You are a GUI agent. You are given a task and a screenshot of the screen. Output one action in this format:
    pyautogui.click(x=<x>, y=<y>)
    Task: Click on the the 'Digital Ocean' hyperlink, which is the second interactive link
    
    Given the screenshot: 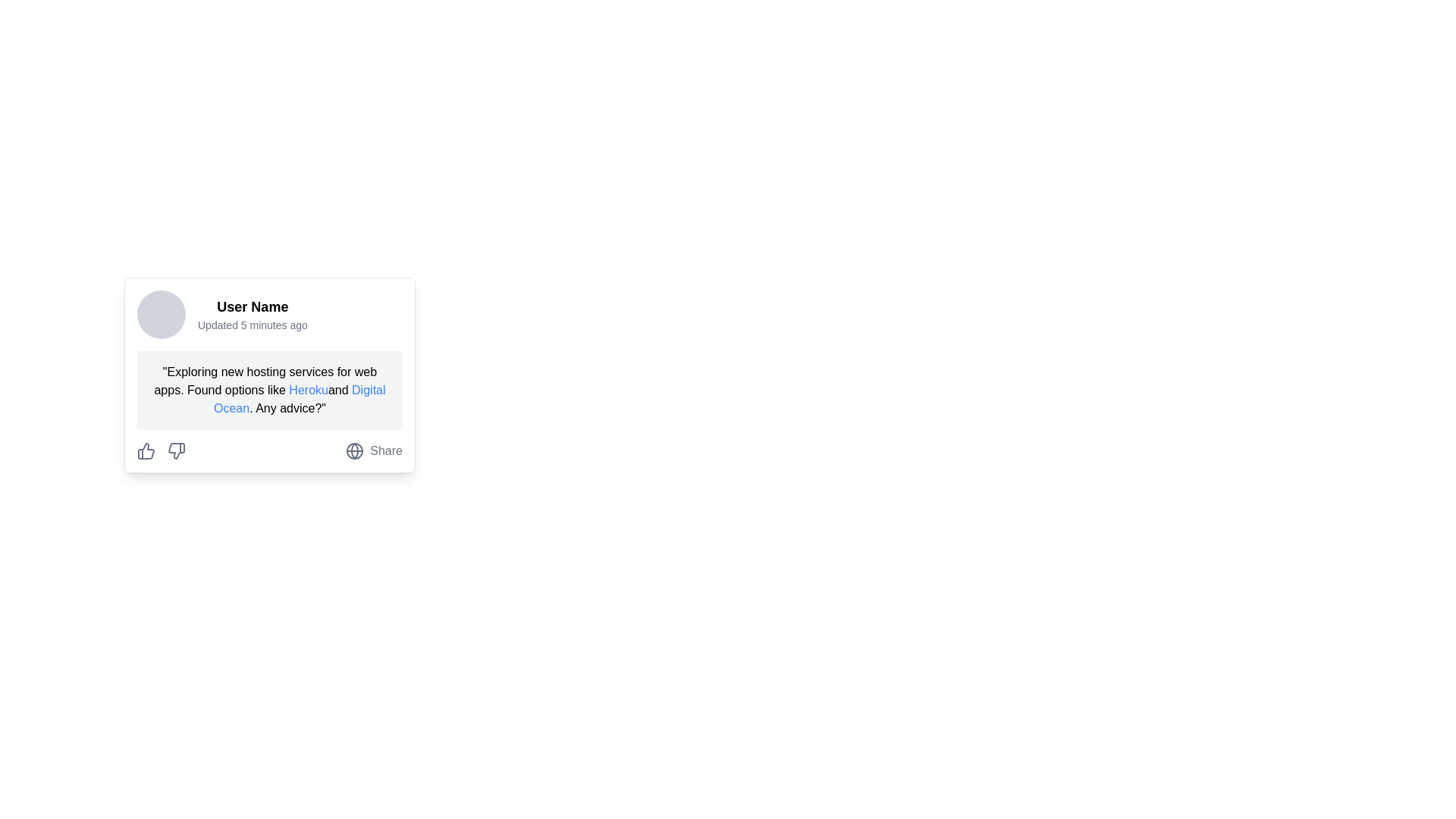 What is the action you would take?
    pyautogui.click(x=300, y=398)
    